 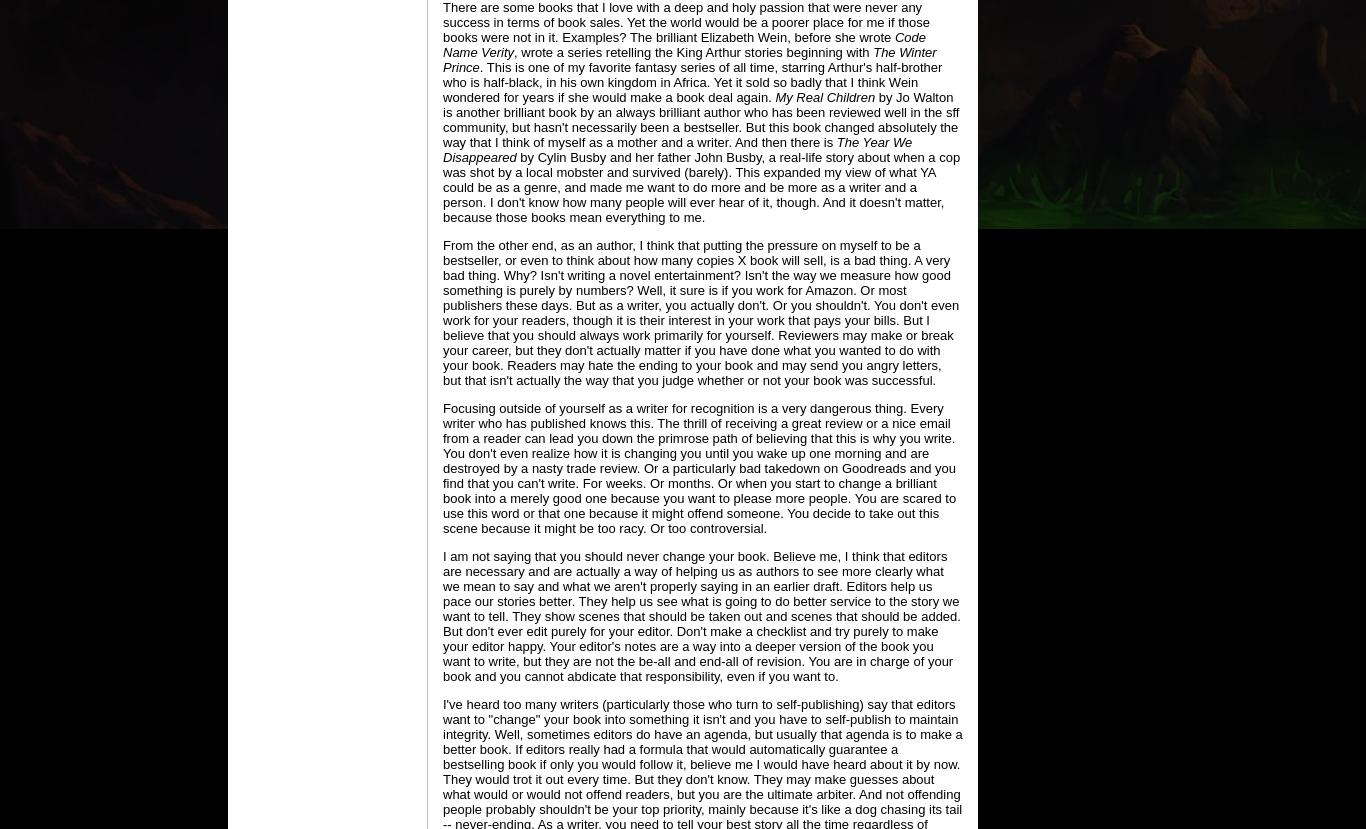 I want to click on 'The Winter Prince', so click(x=441, y=59).